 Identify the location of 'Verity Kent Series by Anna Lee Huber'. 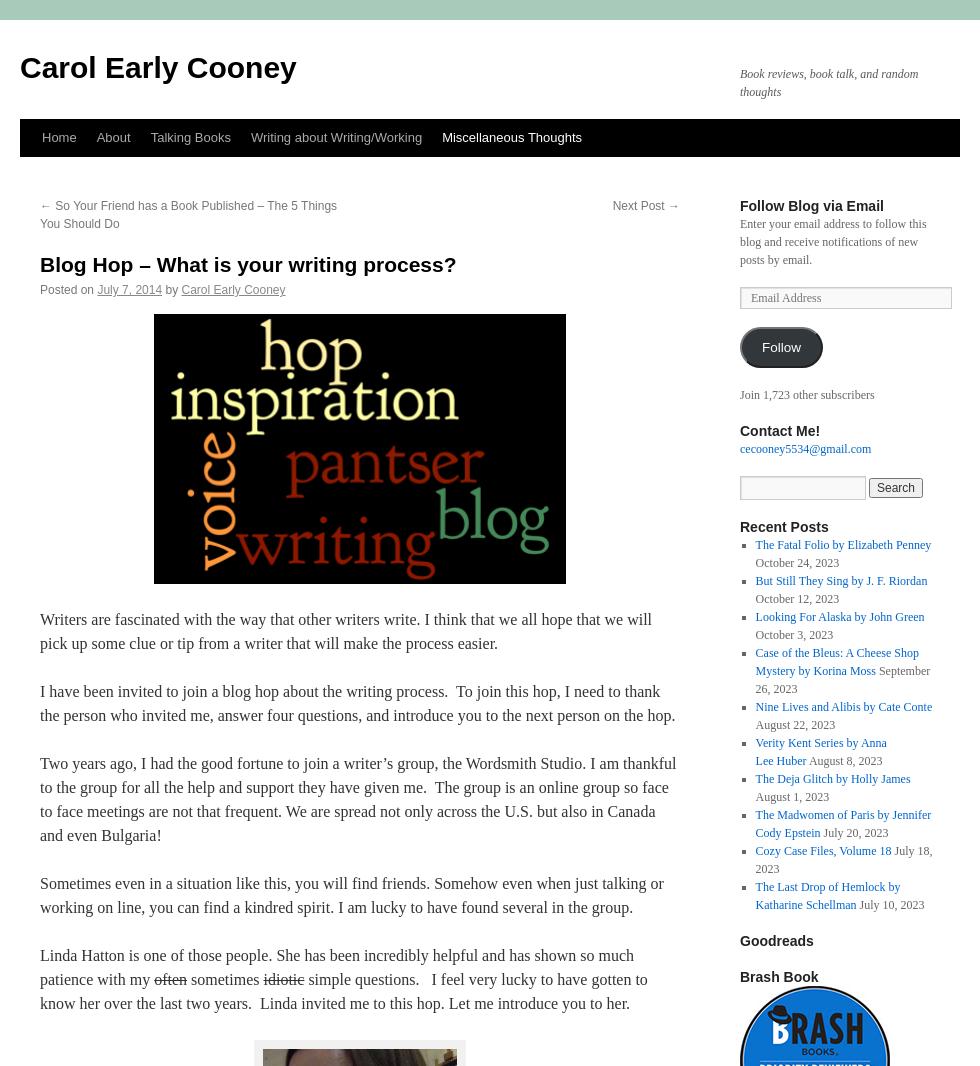
(820, 750).